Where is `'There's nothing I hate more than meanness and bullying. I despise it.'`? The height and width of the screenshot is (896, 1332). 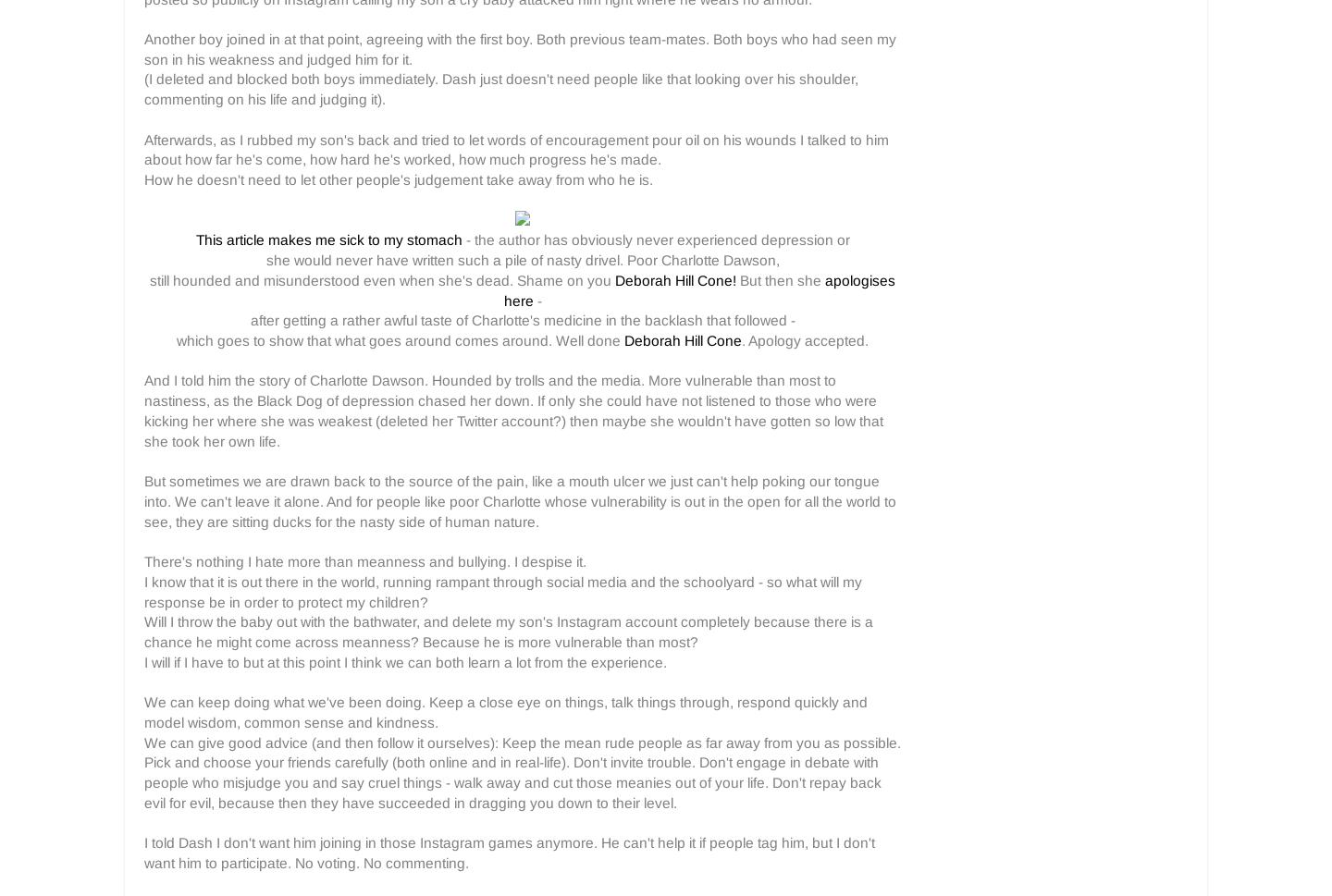
'There's nothing I hate more than meanness and bullying. I despise it.' is located at coordinates (142, 560).